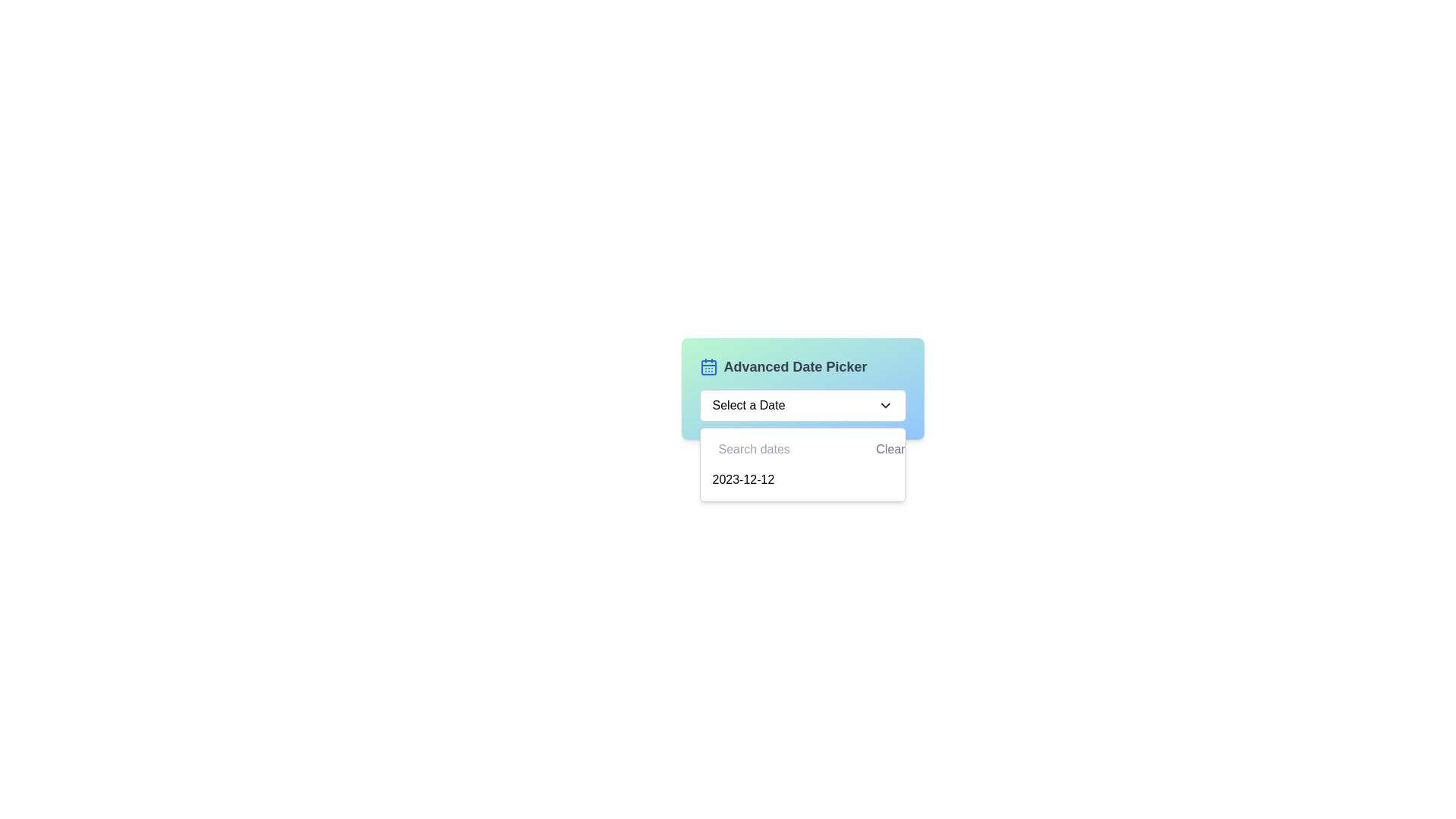 Image resolution: width=1456 pixels, height=819 pixels. I want to click on the downward-pointing chevron icon, so click(885, 405).